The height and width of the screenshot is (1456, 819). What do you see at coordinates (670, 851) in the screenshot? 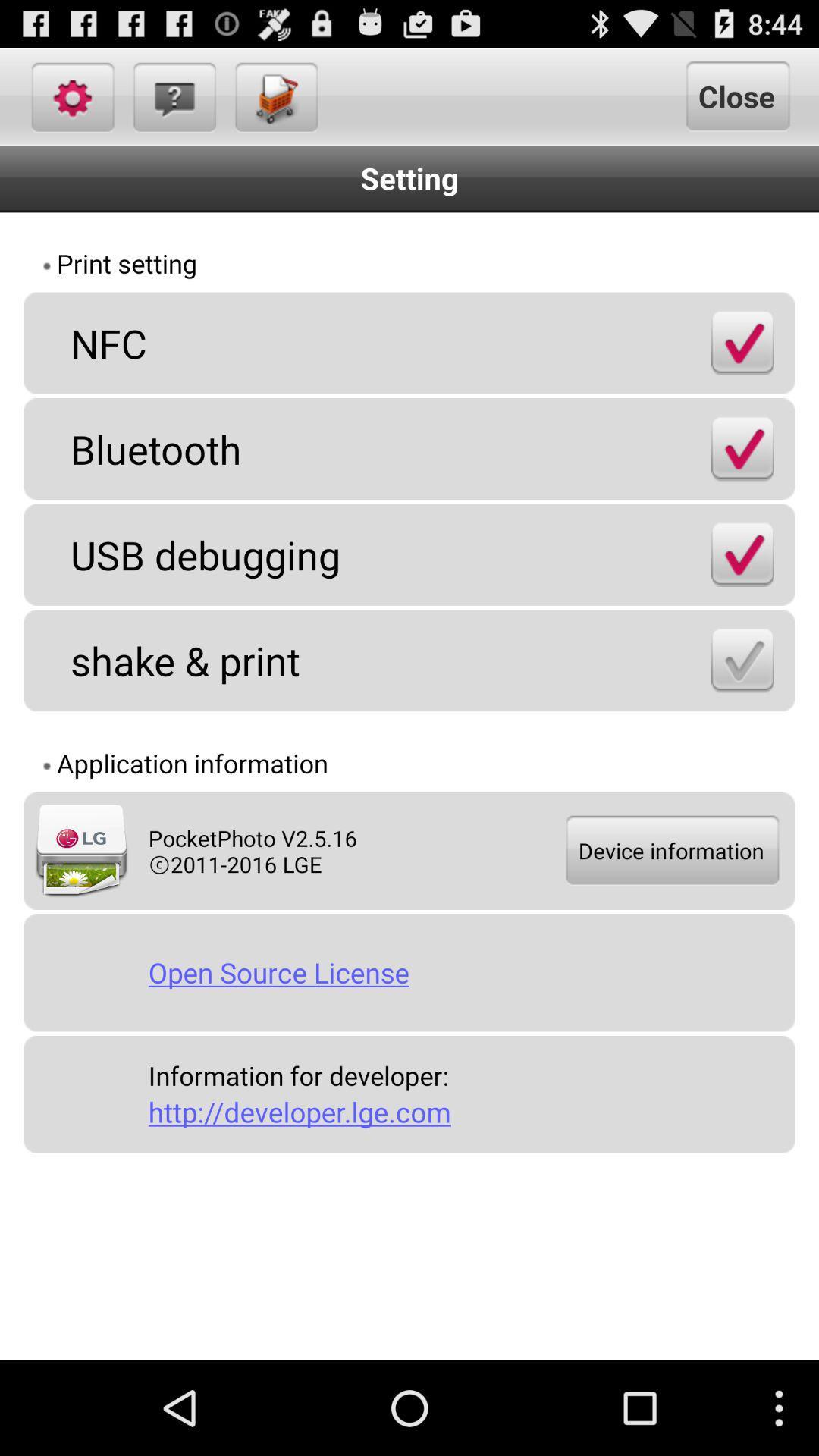
I see `app to the right of pocketphoto v2 5 item` at bounding box center [670, 851].